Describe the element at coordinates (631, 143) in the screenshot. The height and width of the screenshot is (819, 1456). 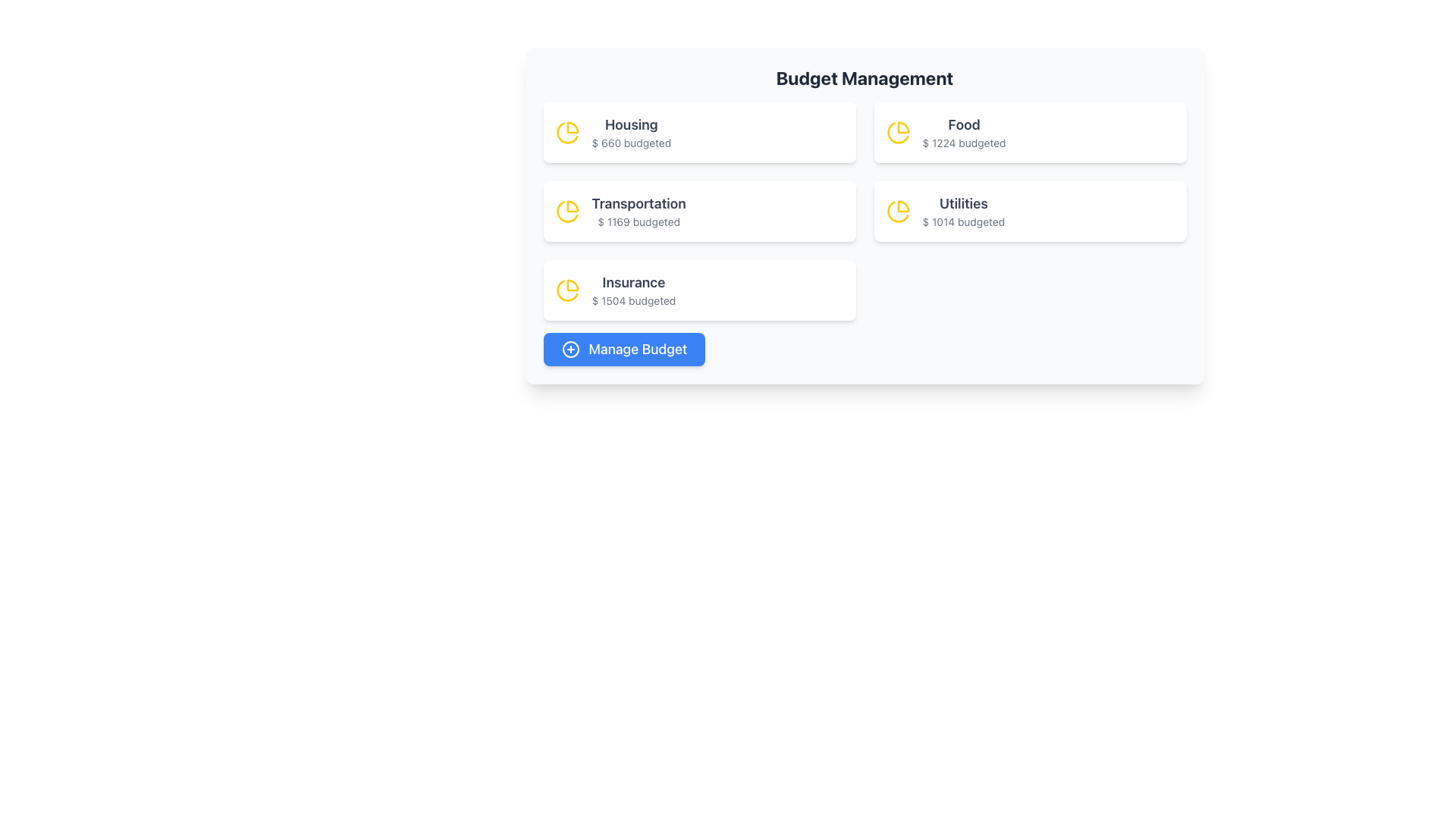
I see `the Static Text displaying '$ 660 budgeted' located below the 'Housing' title in the Budget Management section` at that location.